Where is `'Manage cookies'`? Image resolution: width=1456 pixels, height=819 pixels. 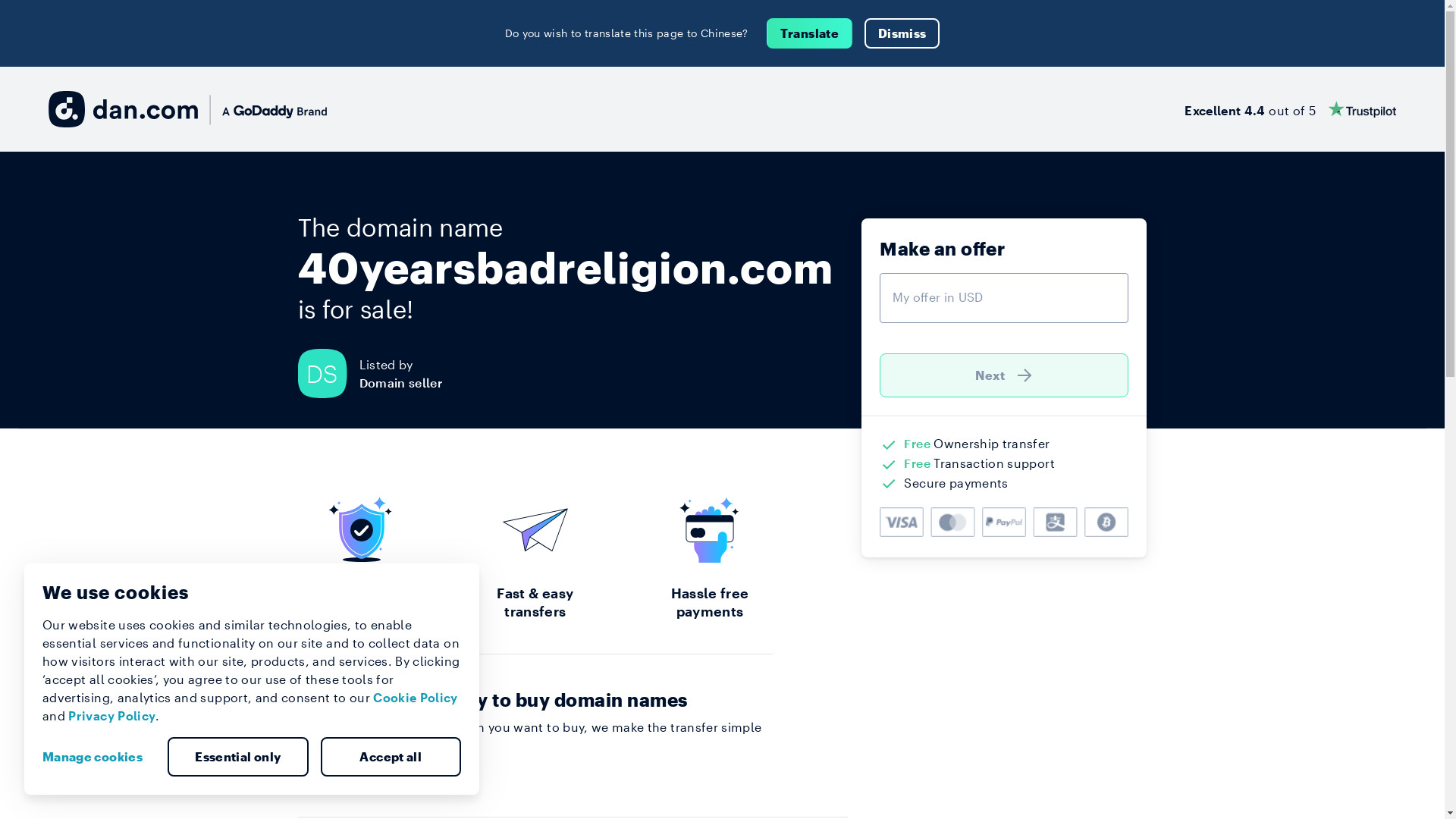 'Manage cookies' is located at coordinates (97, 757).